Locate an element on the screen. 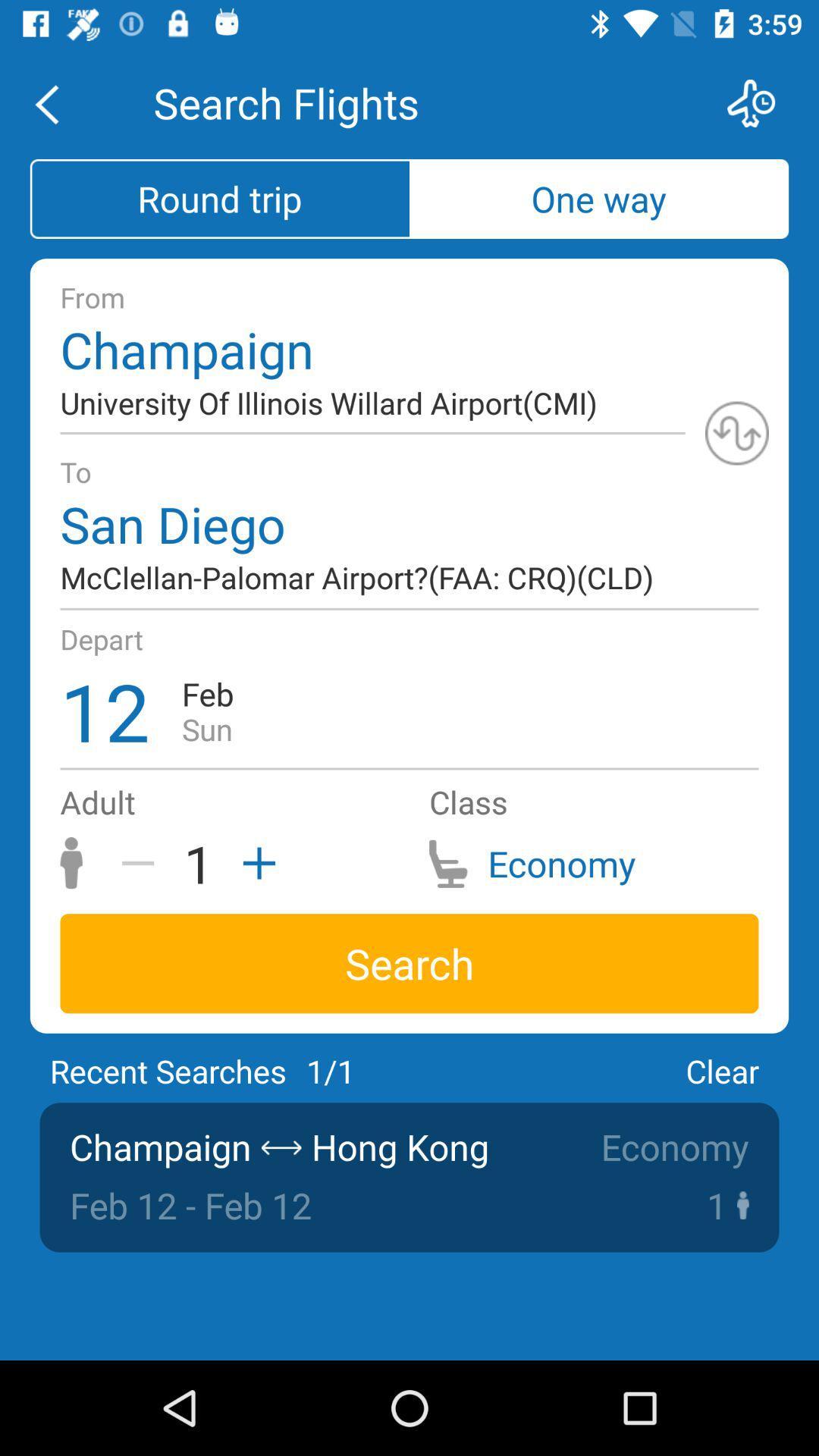 This screenshot has width=819, height=1456. the add icon is located at coordinates (253, 863).